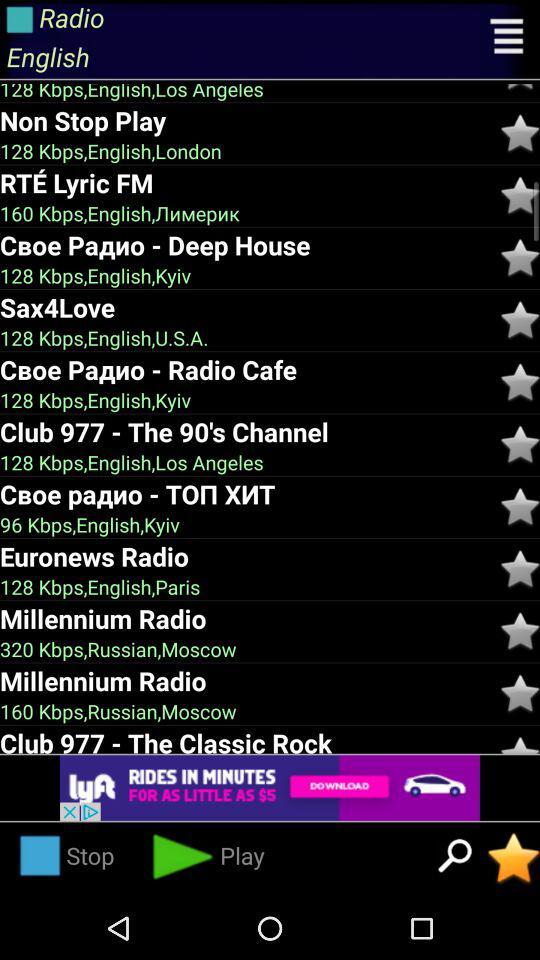 The width and height of the screenshot is (540, 960). I want to click on open menu, so click(508, 38).